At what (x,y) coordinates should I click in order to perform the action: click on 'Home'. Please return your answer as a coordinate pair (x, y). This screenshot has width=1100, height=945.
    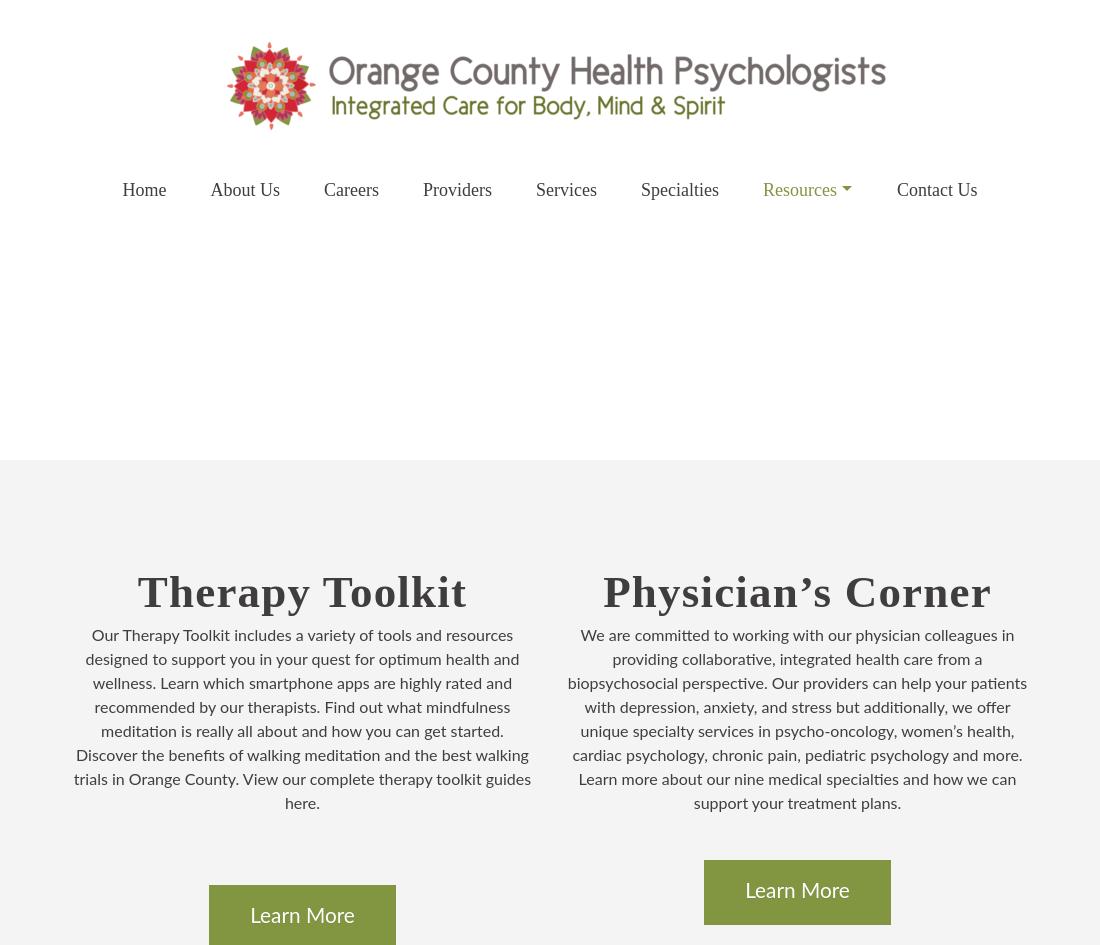
    Looking at the image, I should click on (121, 190).